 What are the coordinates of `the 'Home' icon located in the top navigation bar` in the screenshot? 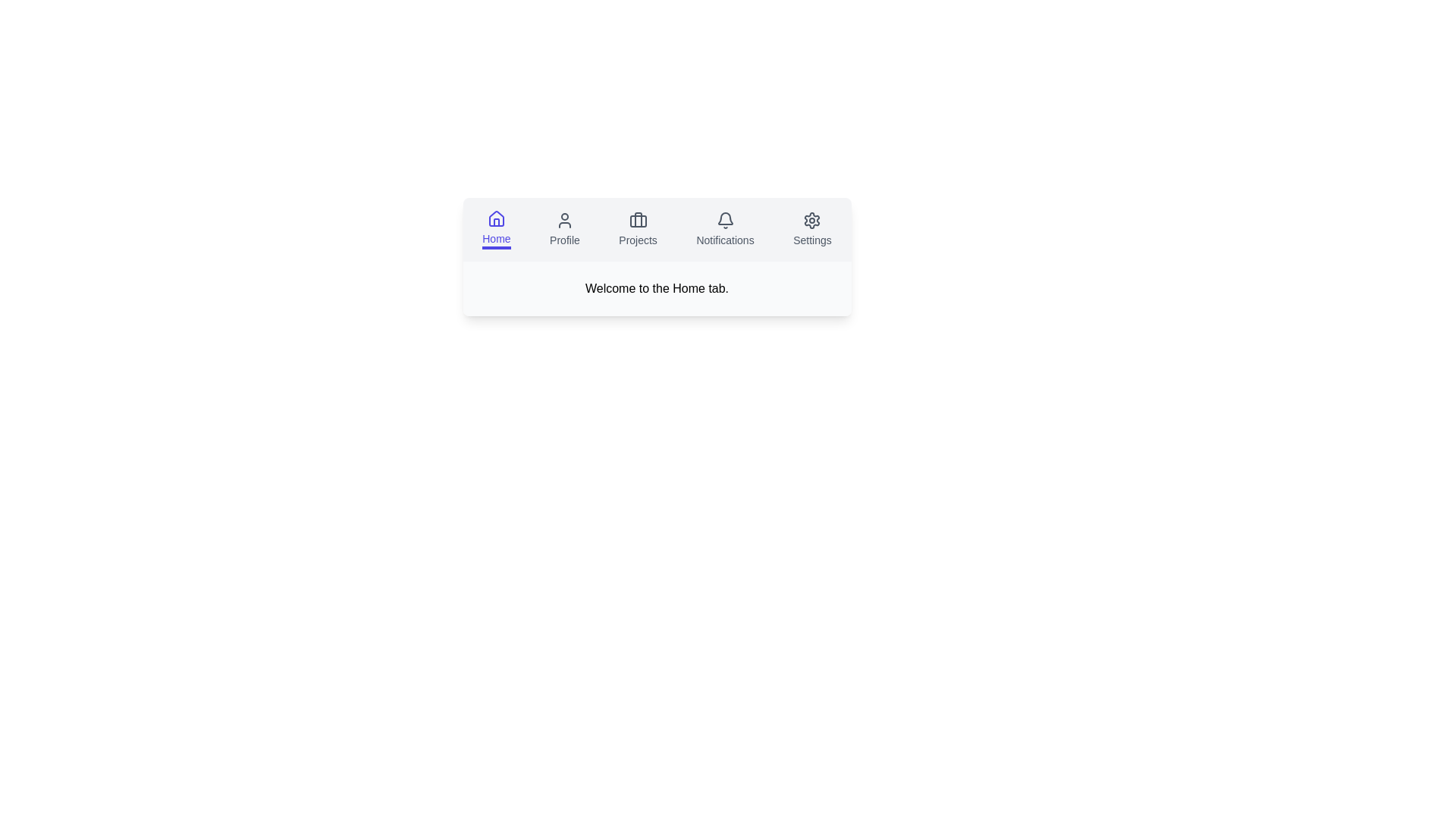 It's located at (496, 219).